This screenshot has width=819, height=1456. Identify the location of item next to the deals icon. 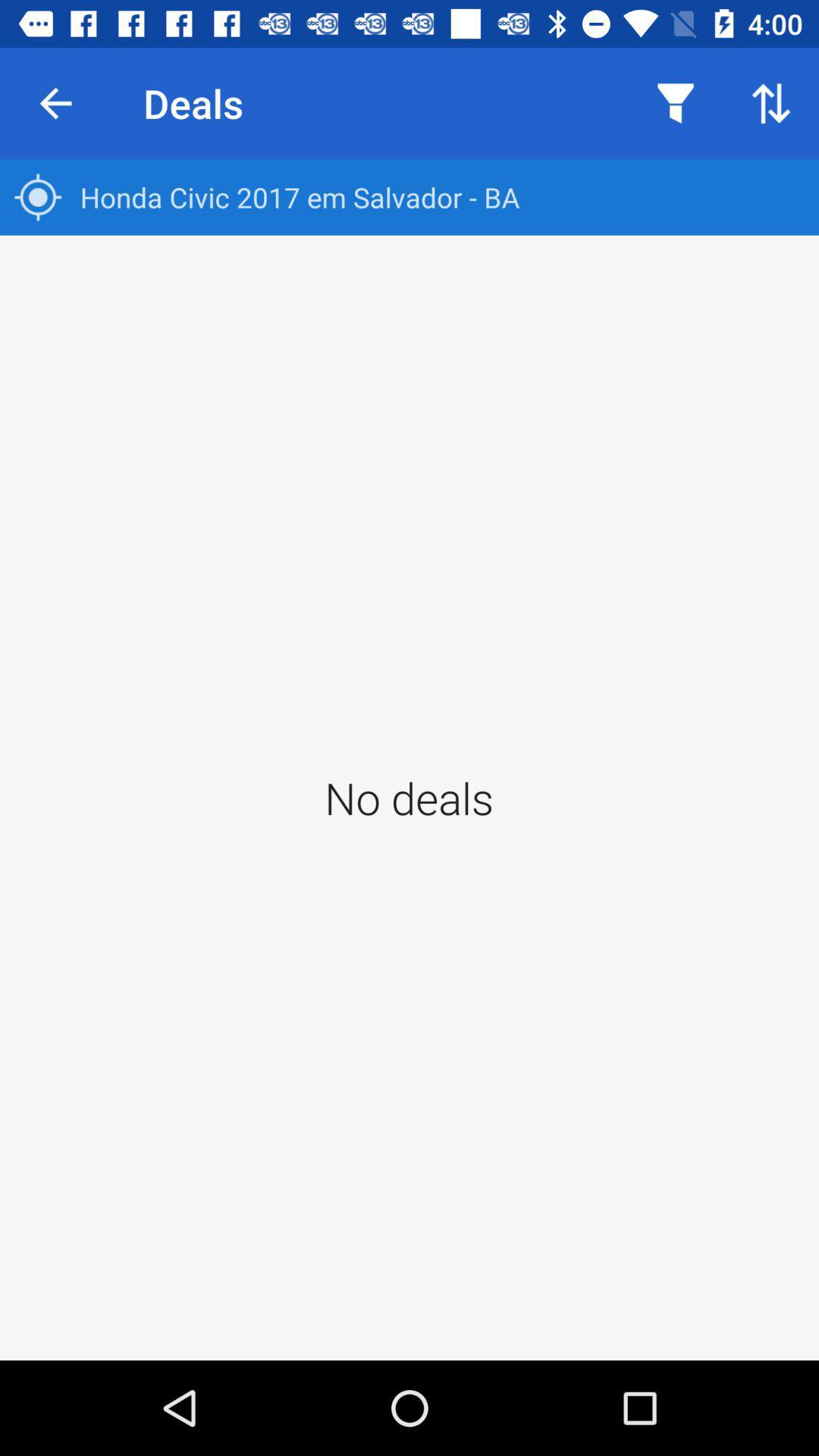
(55, 102).